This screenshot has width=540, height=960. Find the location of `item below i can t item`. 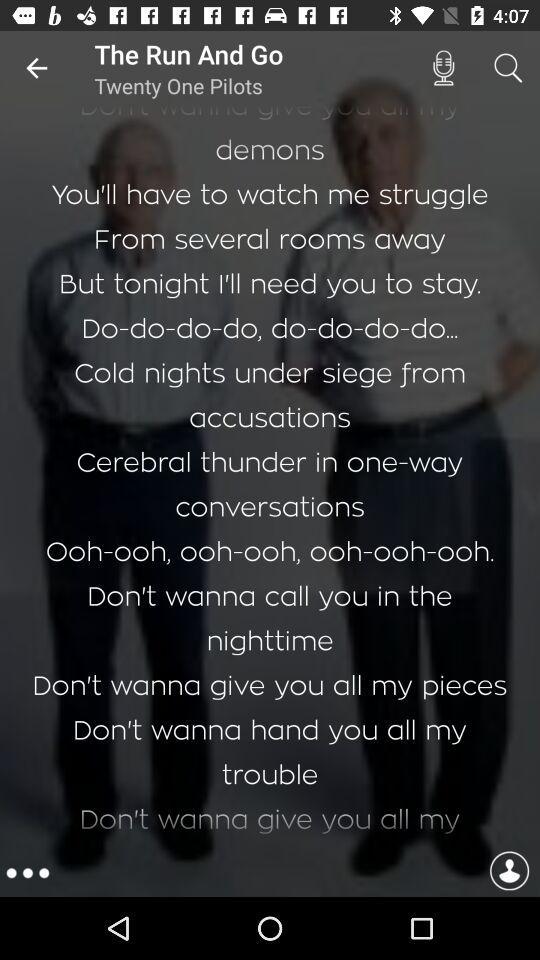

item below i can t item is located at coordinates (509, 872).